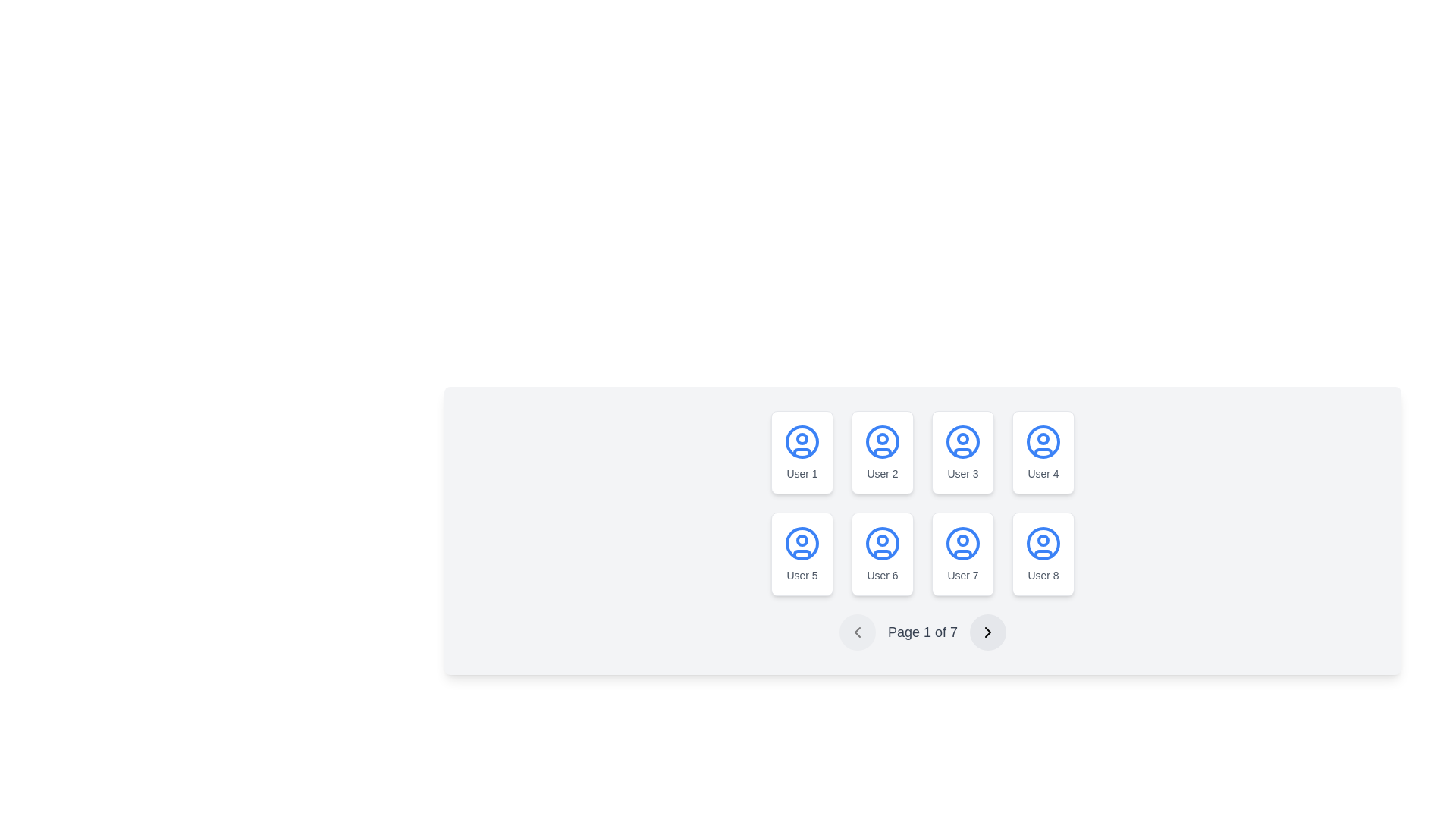 Image resolution: width=1456 pixels, height=819 pixels. What do you see at coordinates (988, 632) in the screenshot?
I see `the Chevron navigation icon located centrally within the circular button to the right of the pagination controls labeled 'Page 1 of 7'` at bounding box center [988, 632].